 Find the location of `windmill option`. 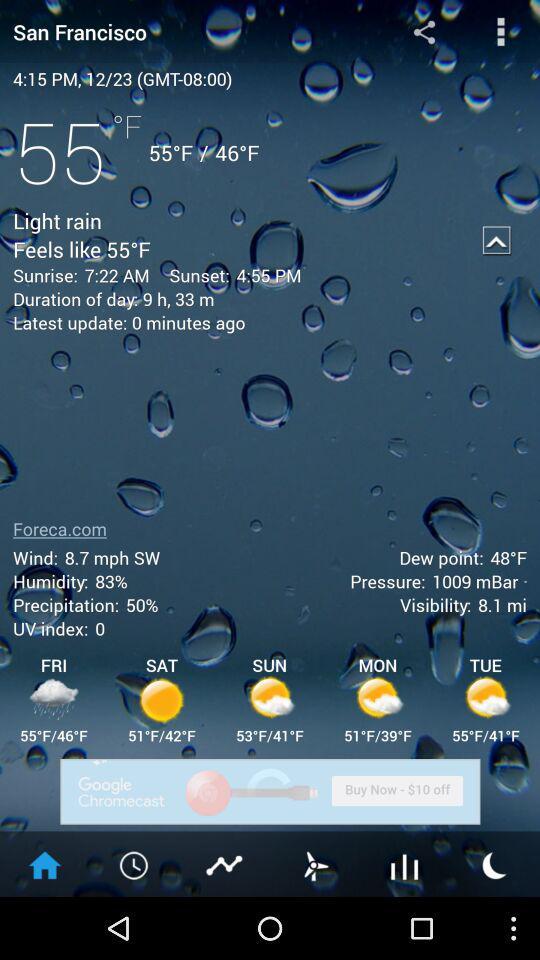

windmill option is located at coordinates (314, 863).